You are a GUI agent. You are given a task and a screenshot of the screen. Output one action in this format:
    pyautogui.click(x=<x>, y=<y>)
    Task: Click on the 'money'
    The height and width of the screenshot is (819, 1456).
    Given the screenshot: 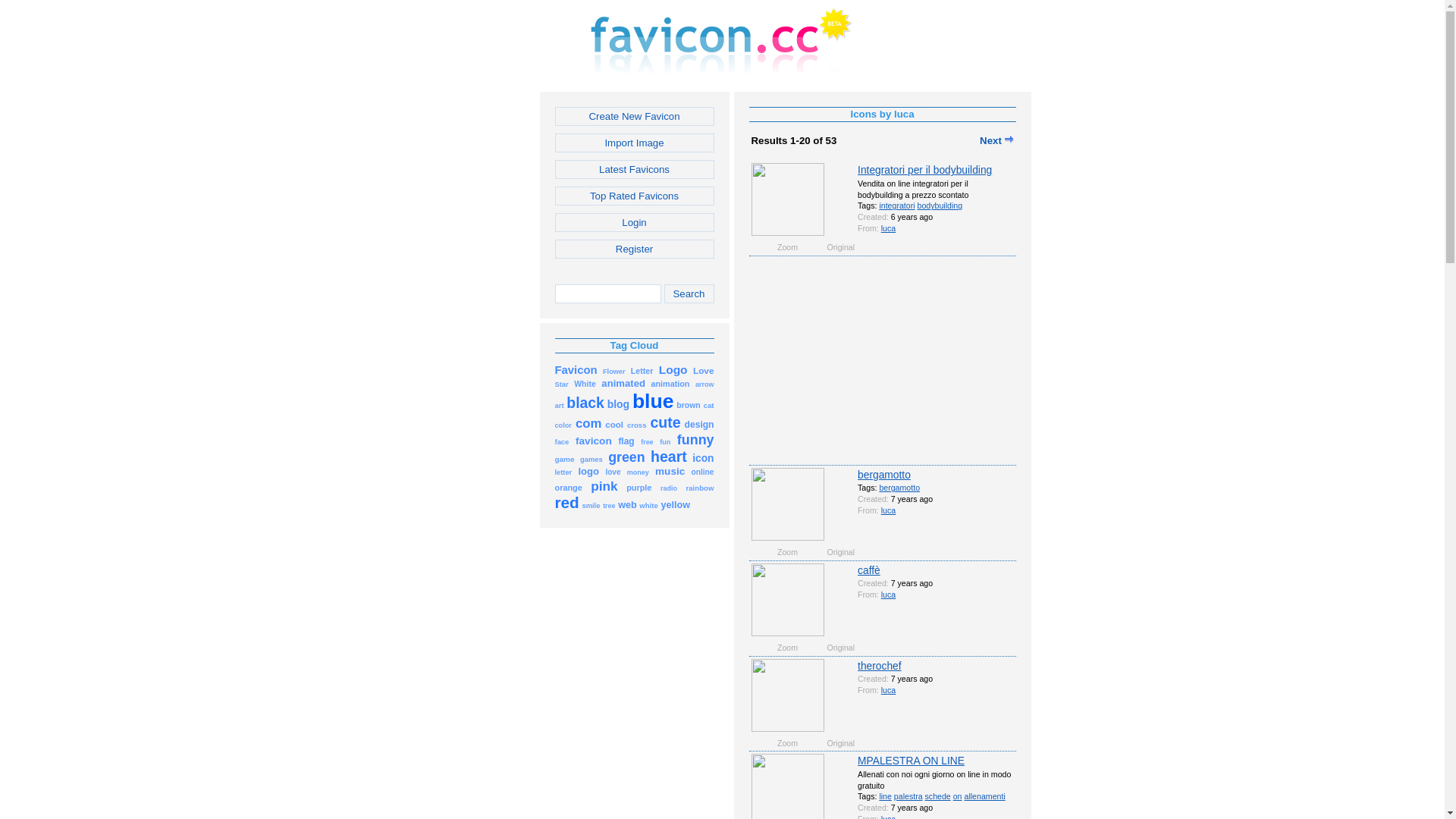 What is the action you would take?
    pyautogui.click(x=638, y=470)
    